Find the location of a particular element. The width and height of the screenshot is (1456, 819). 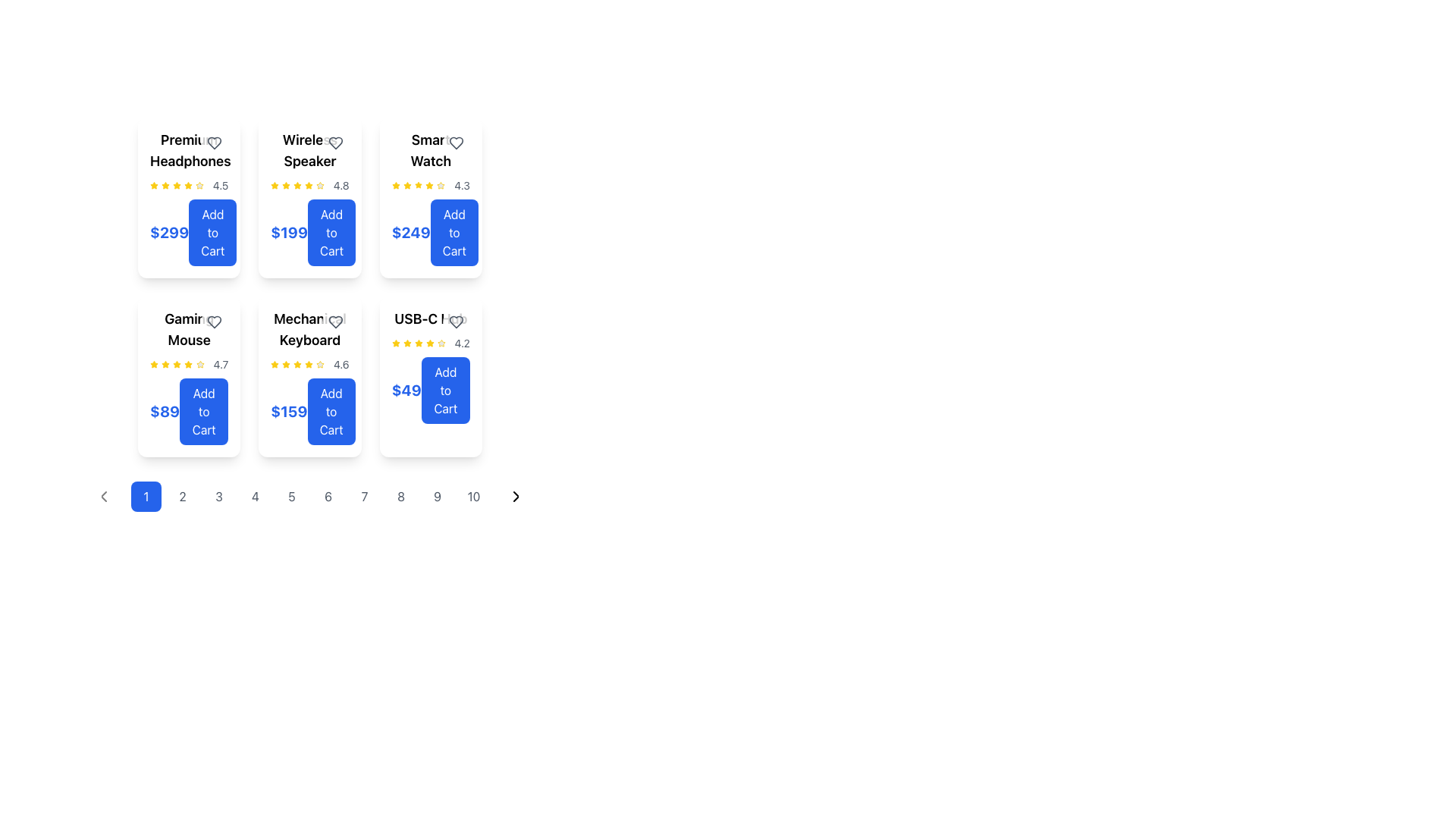

the sixth star icon in the horizontal row of rating stars for the 'Wireless Speaker' product, which indicates the unrated portion of the rating score is located at coordinates (319, 185).